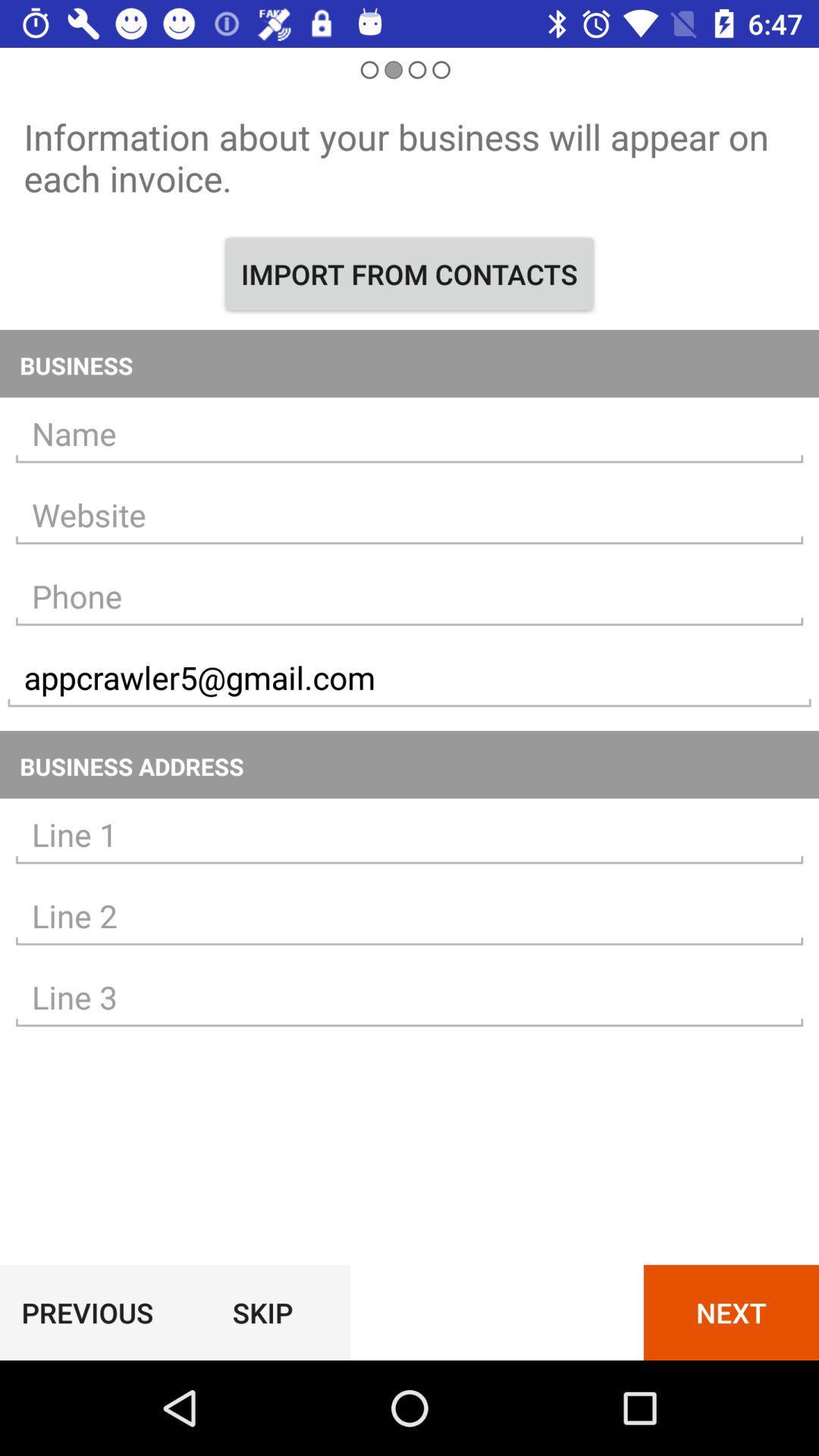  What do you see at coordinates (87, 1312) in the screenshot?
I see `the icon to the left of skip` at bounding box center [87, 1312].